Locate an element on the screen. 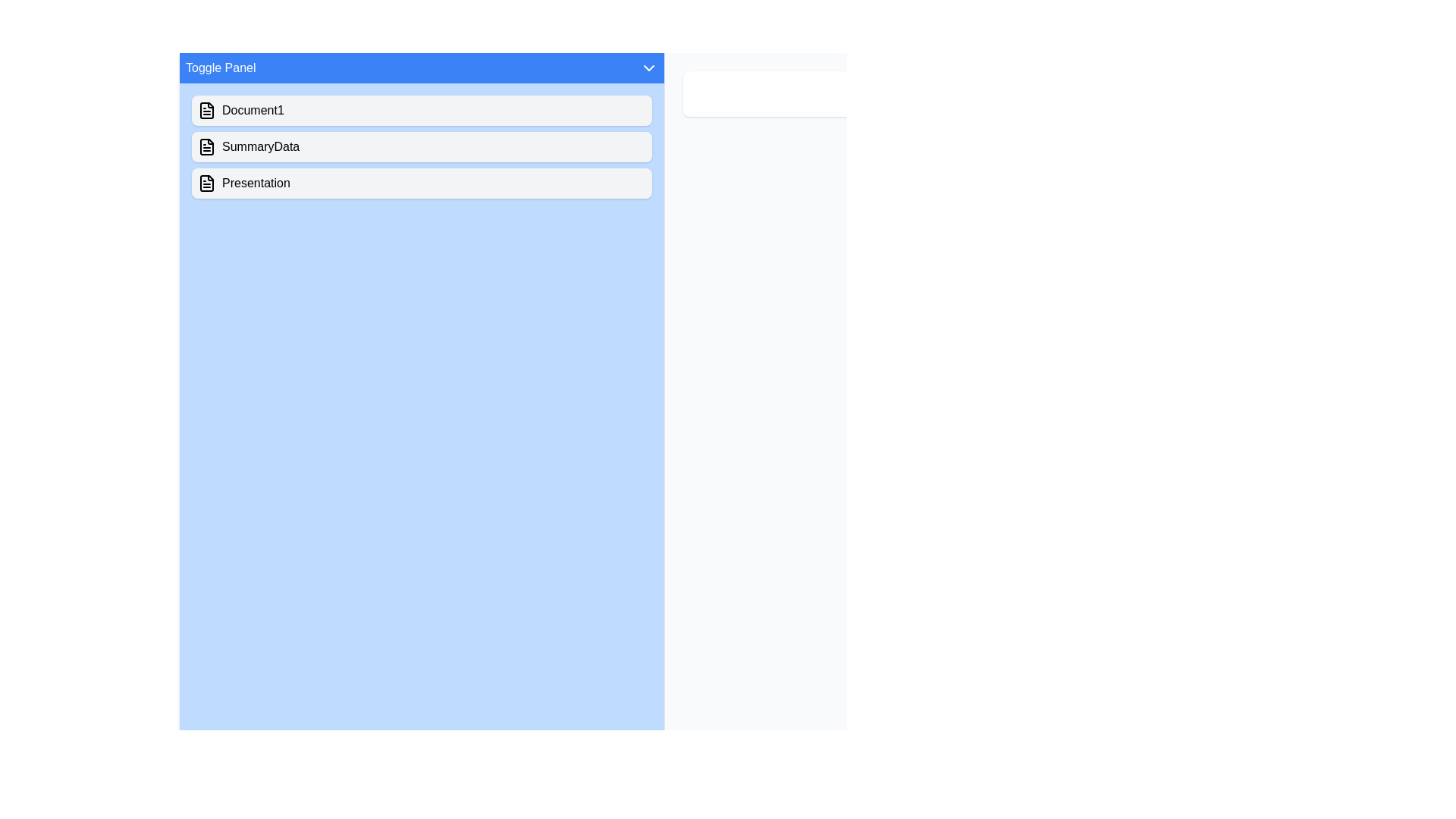  the unique text label displaying 'Document1', which identifies a specific document within a list of items is located at coordinates (253, 110).